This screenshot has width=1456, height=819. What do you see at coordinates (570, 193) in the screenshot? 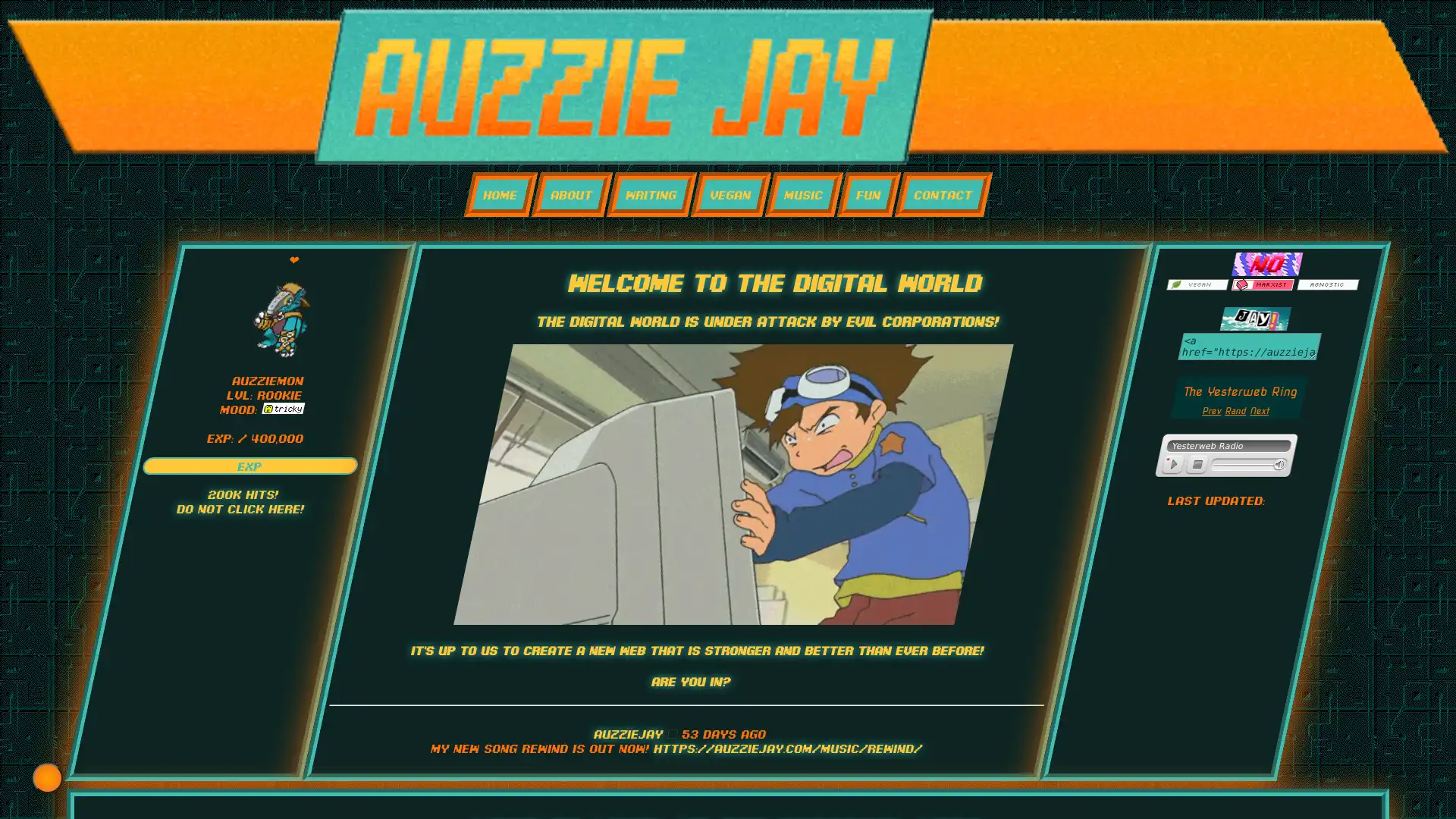
I see `ABOUT` at bounding box center [570, 193].